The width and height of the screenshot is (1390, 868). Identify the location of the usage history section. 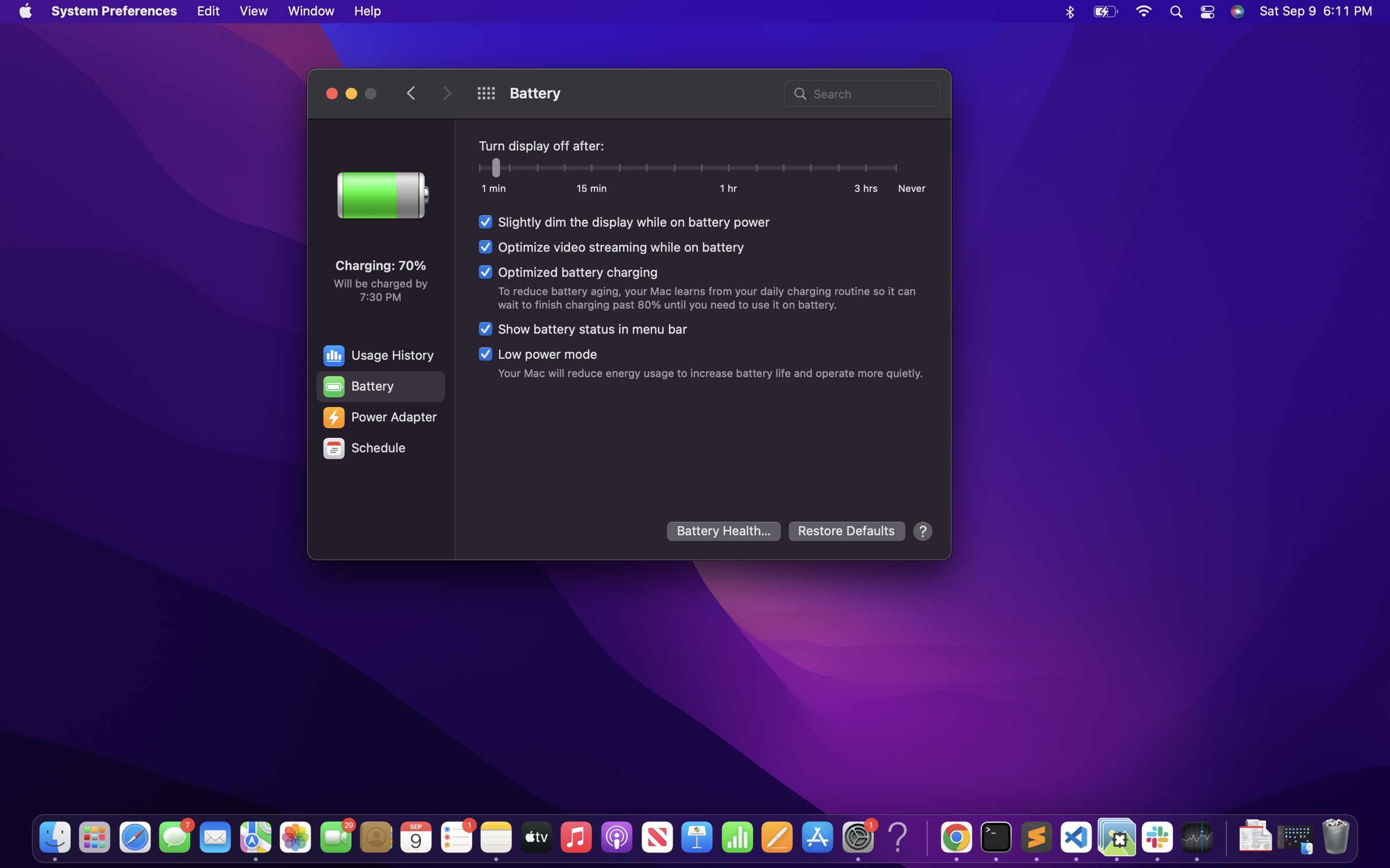
(379, 354).